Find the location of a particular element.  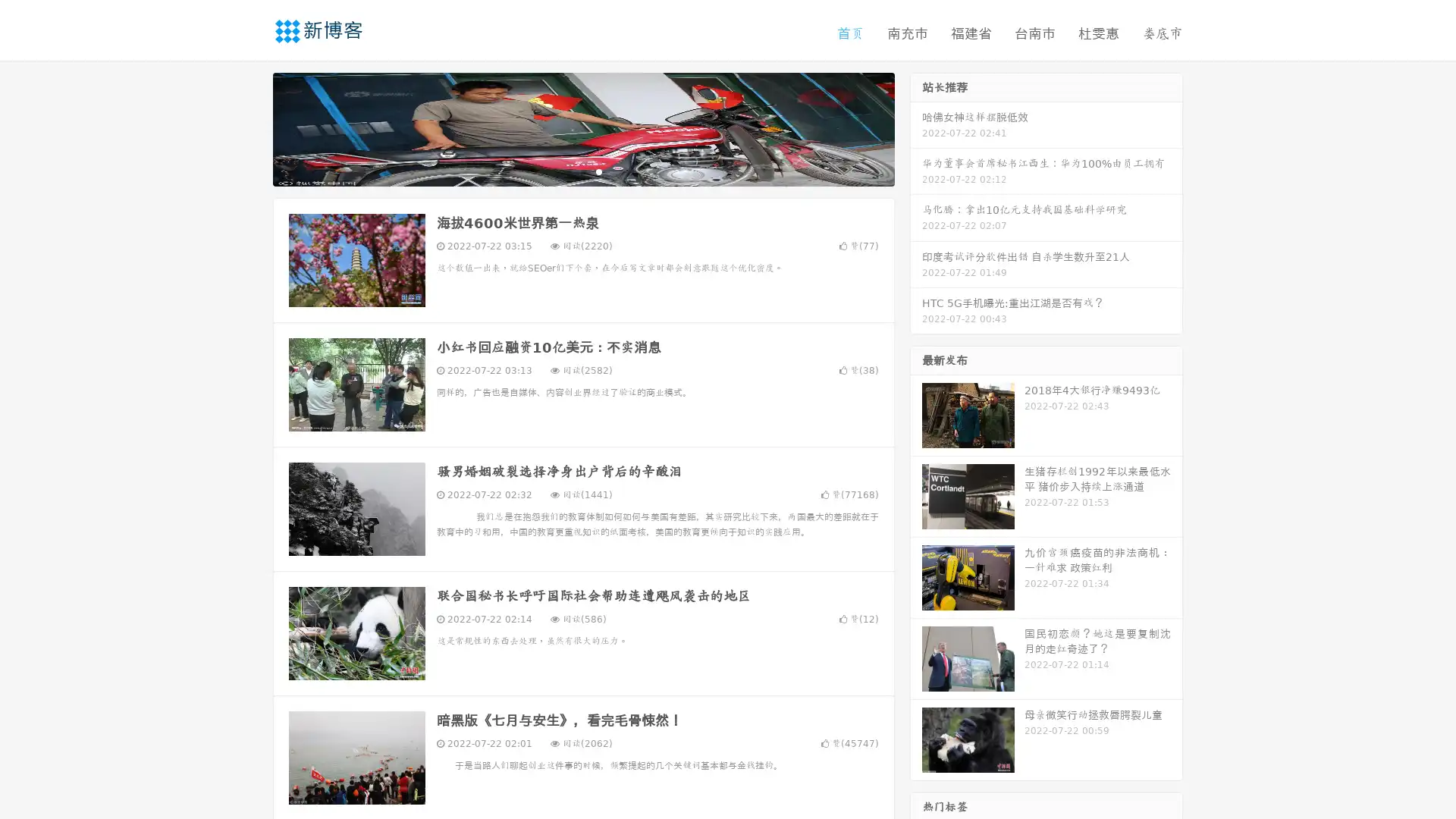

Next slide is located at coordinates (916, 127).